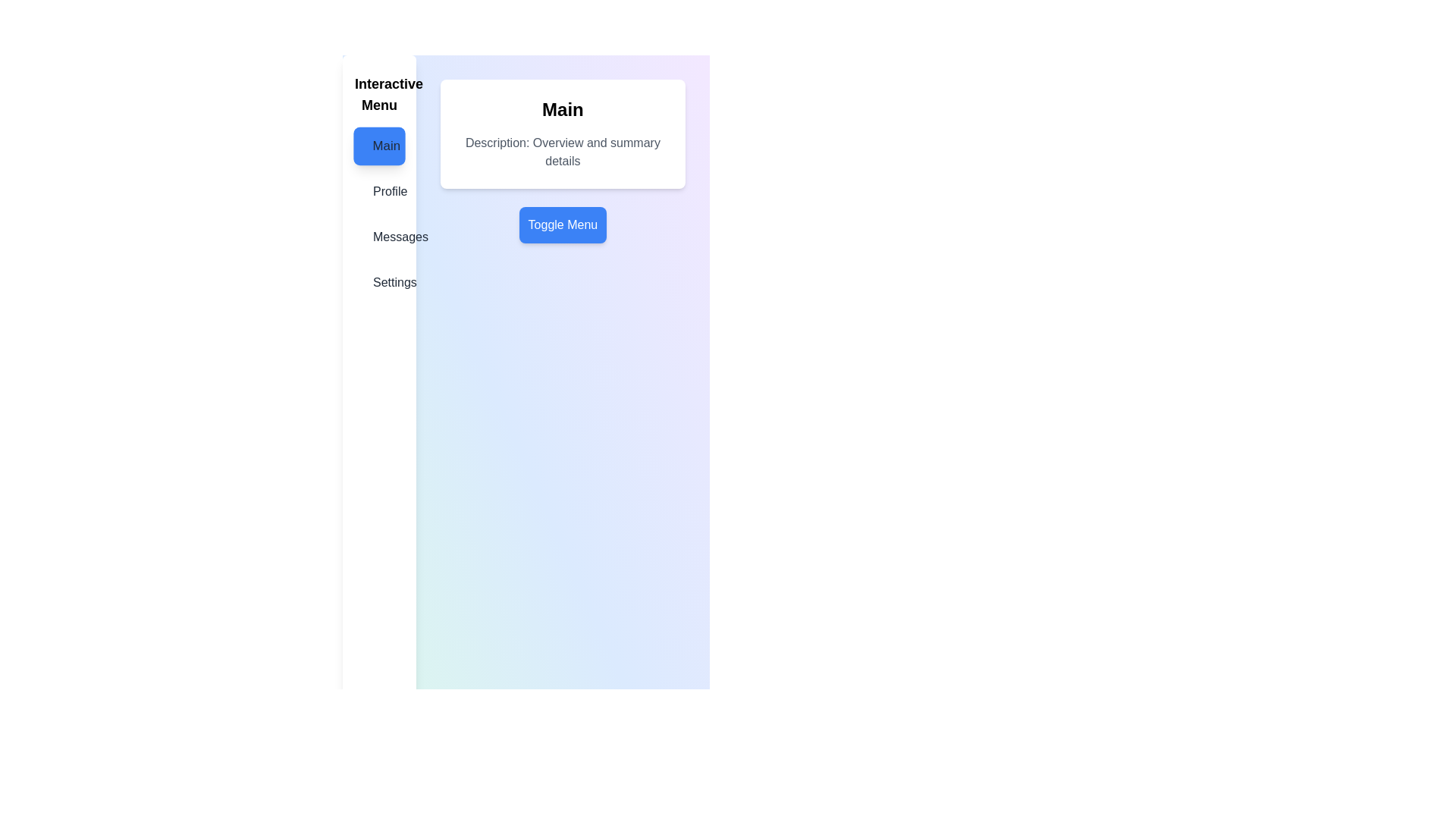  I want to click on the menu item Settings from the menu, so click(378, 283).